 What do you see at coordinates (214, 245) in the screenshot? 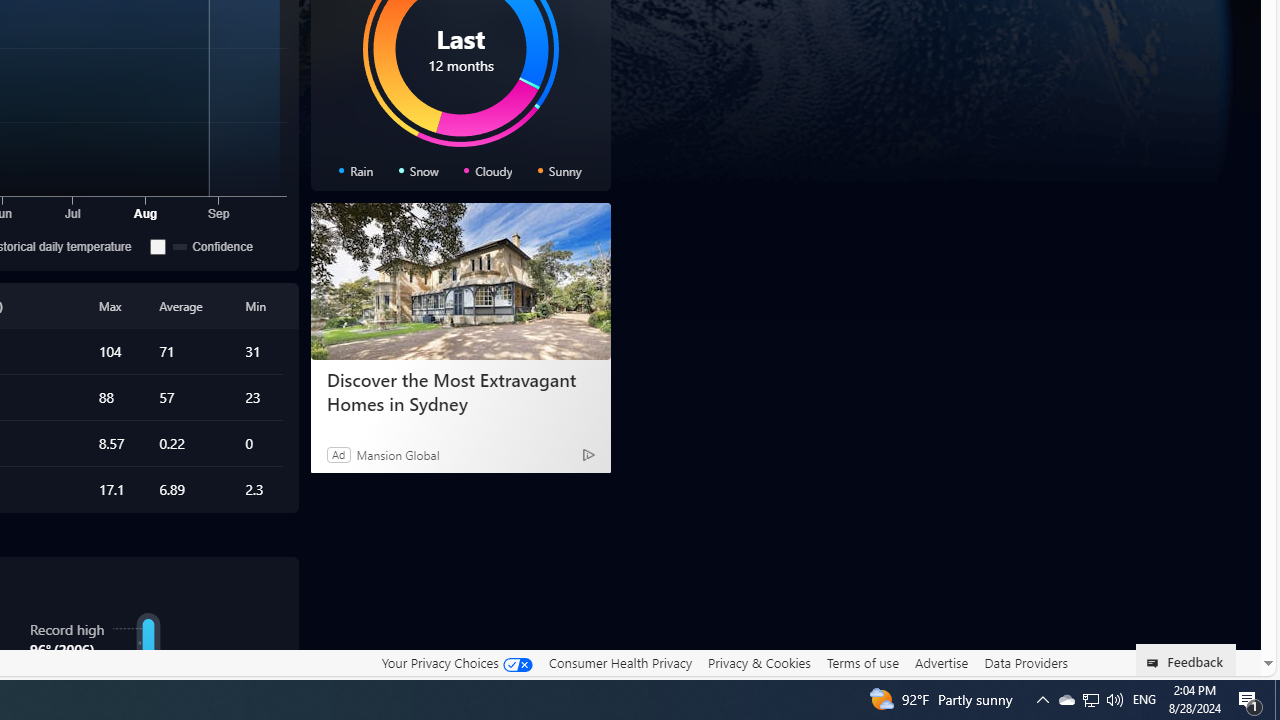
I see `'Confidence'` at bounding box center [214, 245].